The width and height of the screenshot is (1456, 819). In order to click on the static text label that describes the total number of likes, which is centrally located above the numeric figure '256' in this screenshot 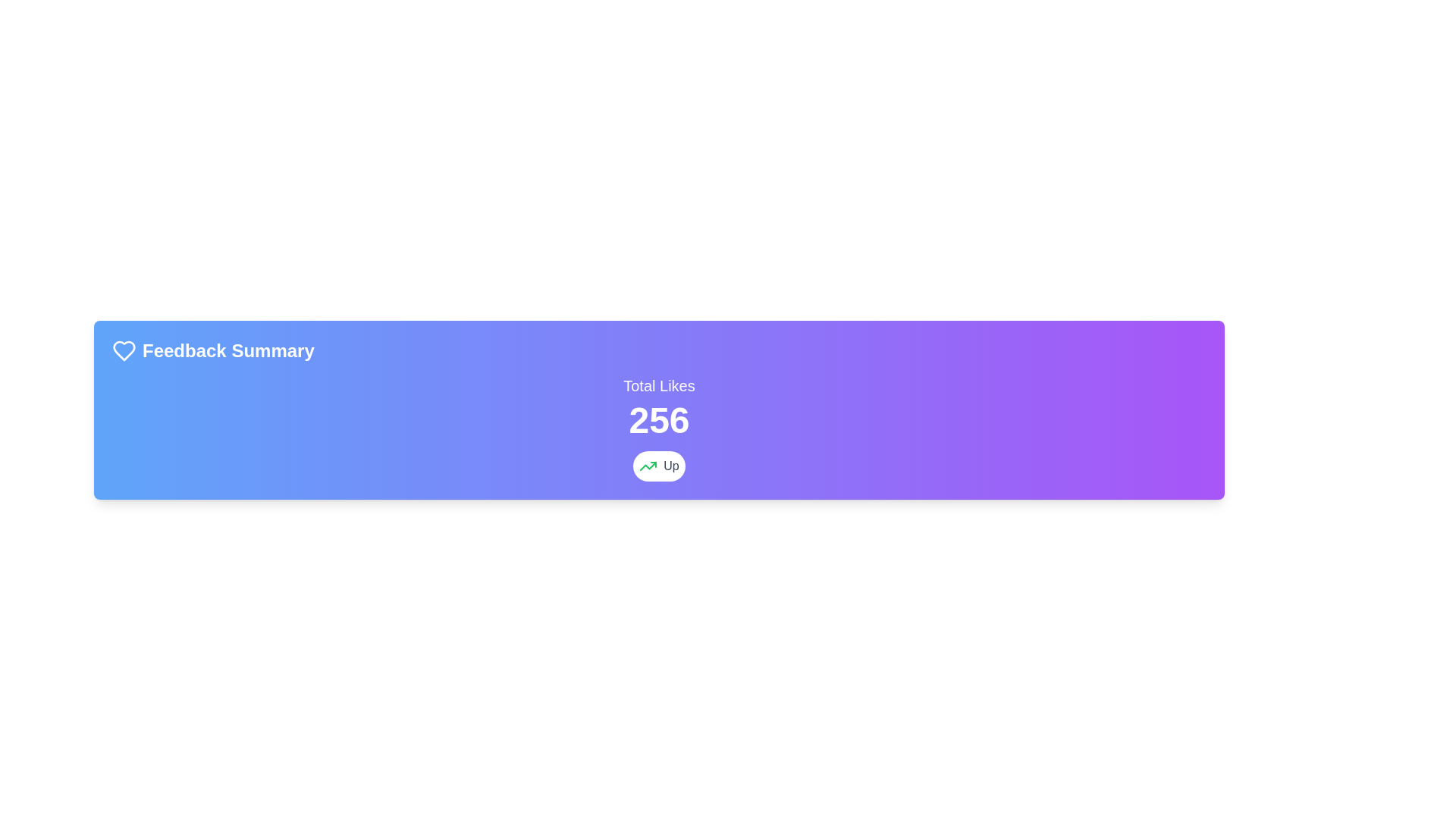, I will do `click(659, 385)`.